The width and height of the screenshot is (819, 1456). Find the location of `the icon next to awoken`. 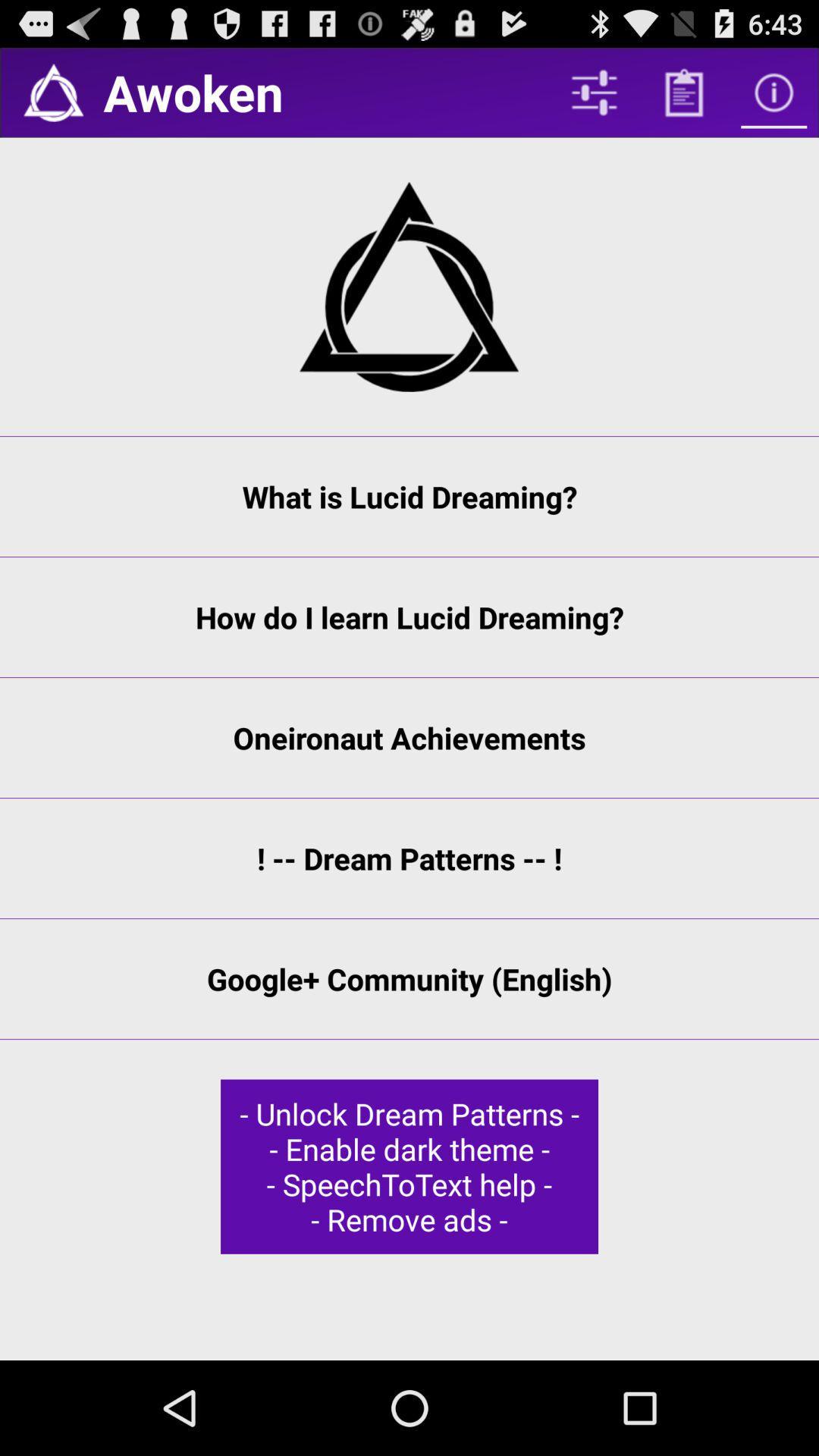

the icon next to awoken is located at coordinates (52, 92).